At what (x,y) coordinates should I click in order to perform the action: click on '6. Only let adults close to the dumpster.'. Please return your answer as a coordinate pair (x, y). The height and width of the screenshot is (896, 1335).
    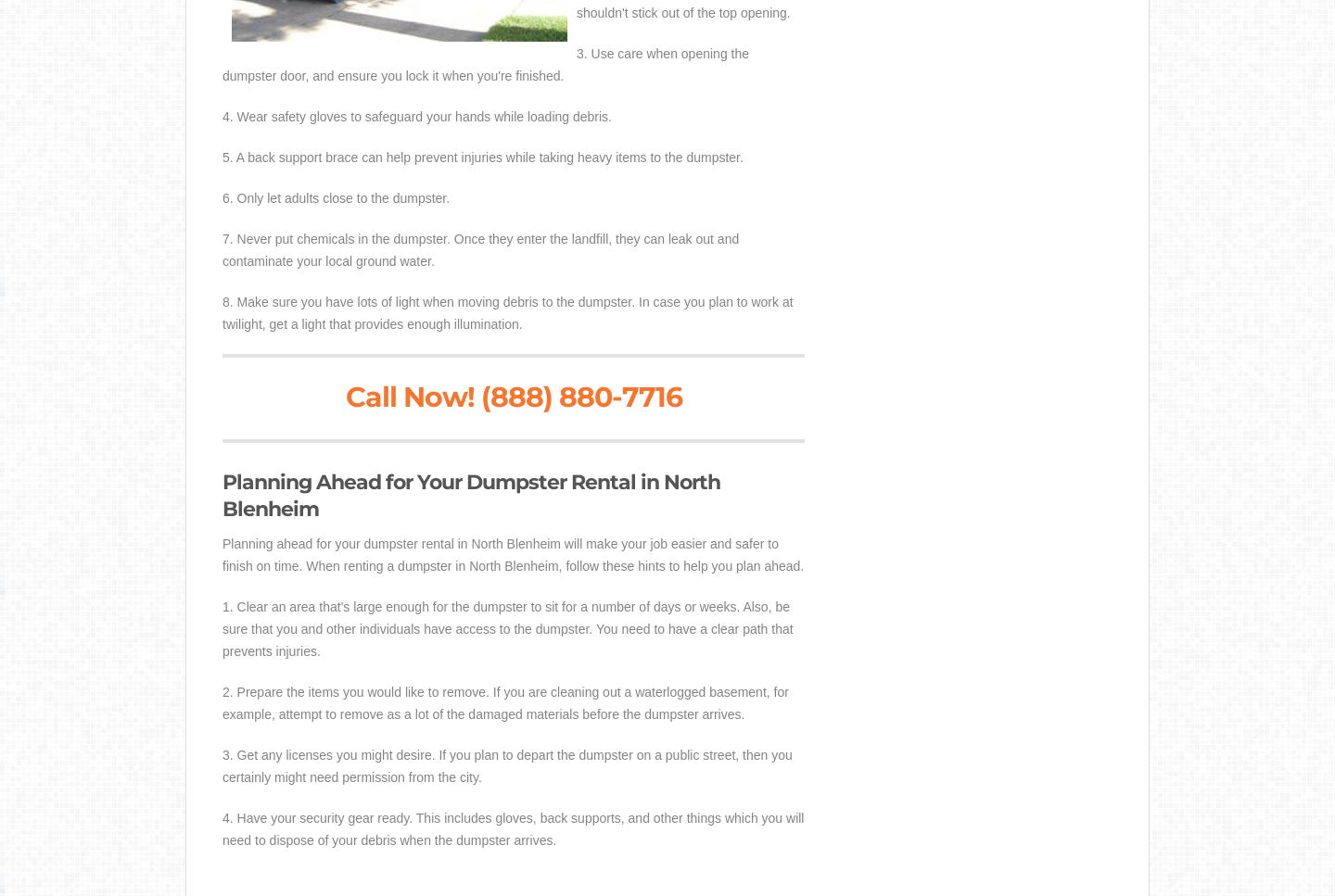
    Looking at the image, I should click on (222, 196).